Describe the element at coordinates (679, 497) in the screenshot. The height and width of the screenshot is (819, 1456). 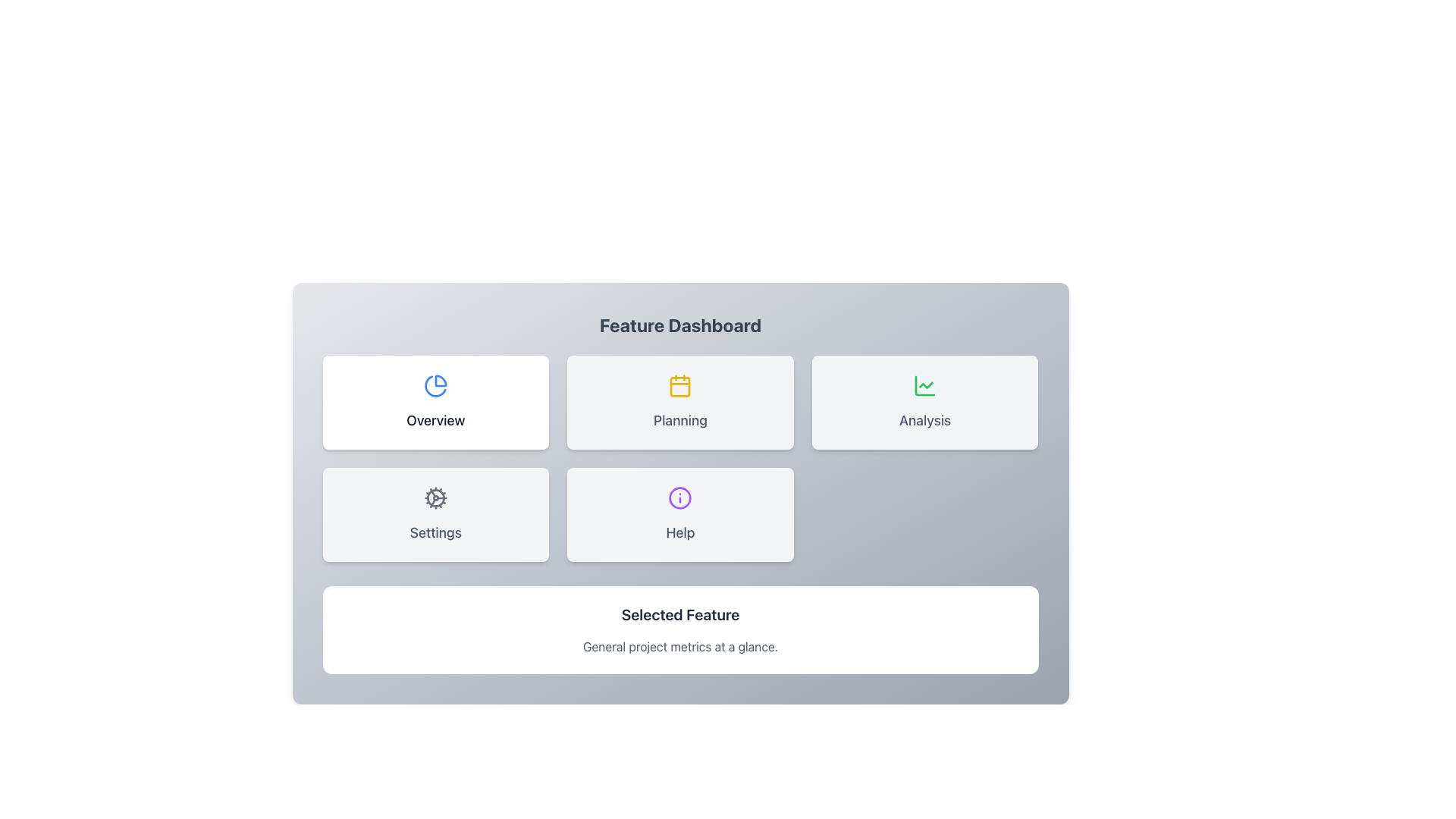
I see `the circular graphical decoration with a bold purple stroke that is part of the 'Help' button located in the bottom-right corner of the dashboard` at that location.